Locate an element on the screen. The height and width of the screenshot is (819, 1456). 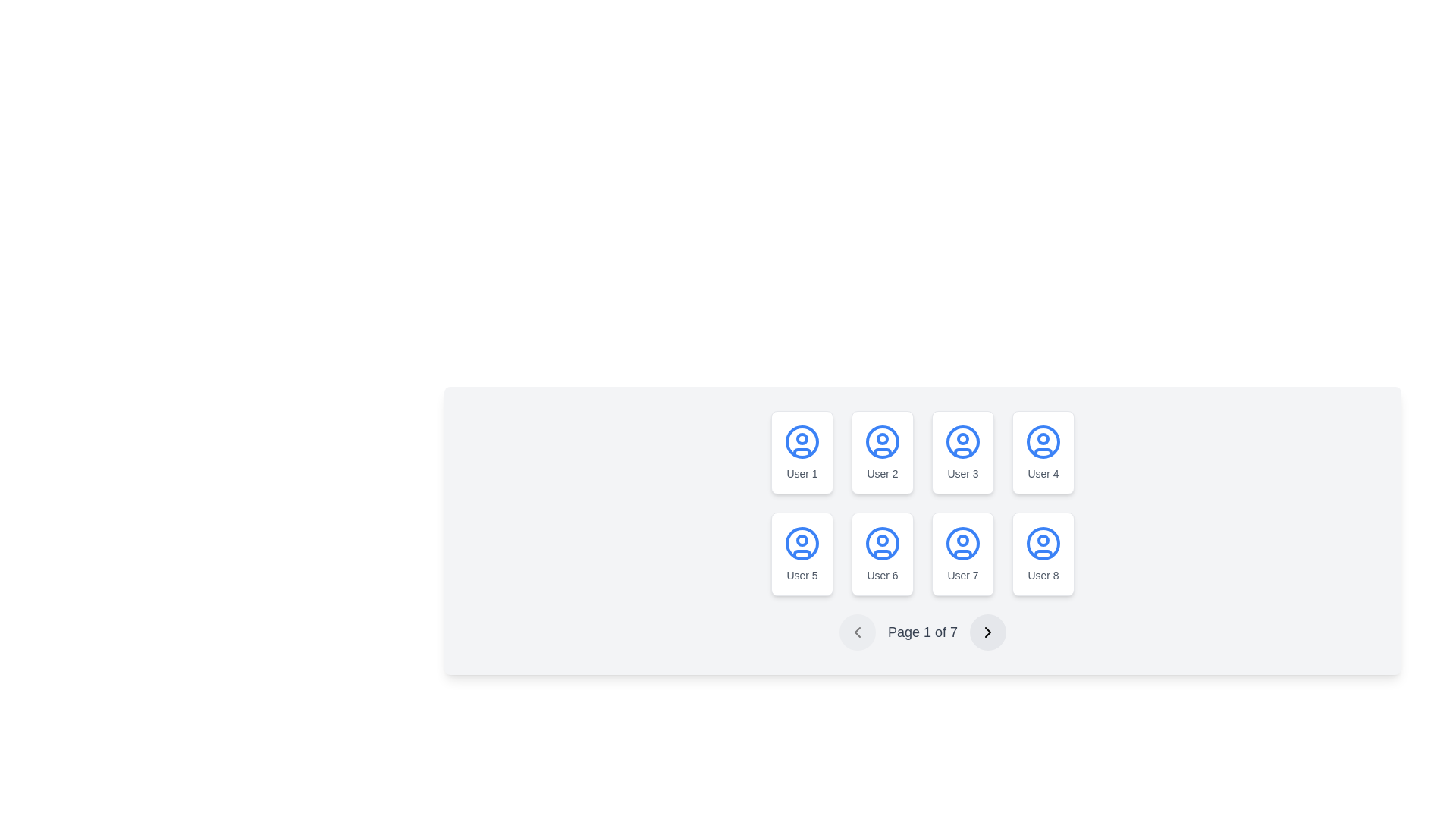
the user icon representing 'User 2' located in the second card of the grid structure is located at coordinates (882, 441).